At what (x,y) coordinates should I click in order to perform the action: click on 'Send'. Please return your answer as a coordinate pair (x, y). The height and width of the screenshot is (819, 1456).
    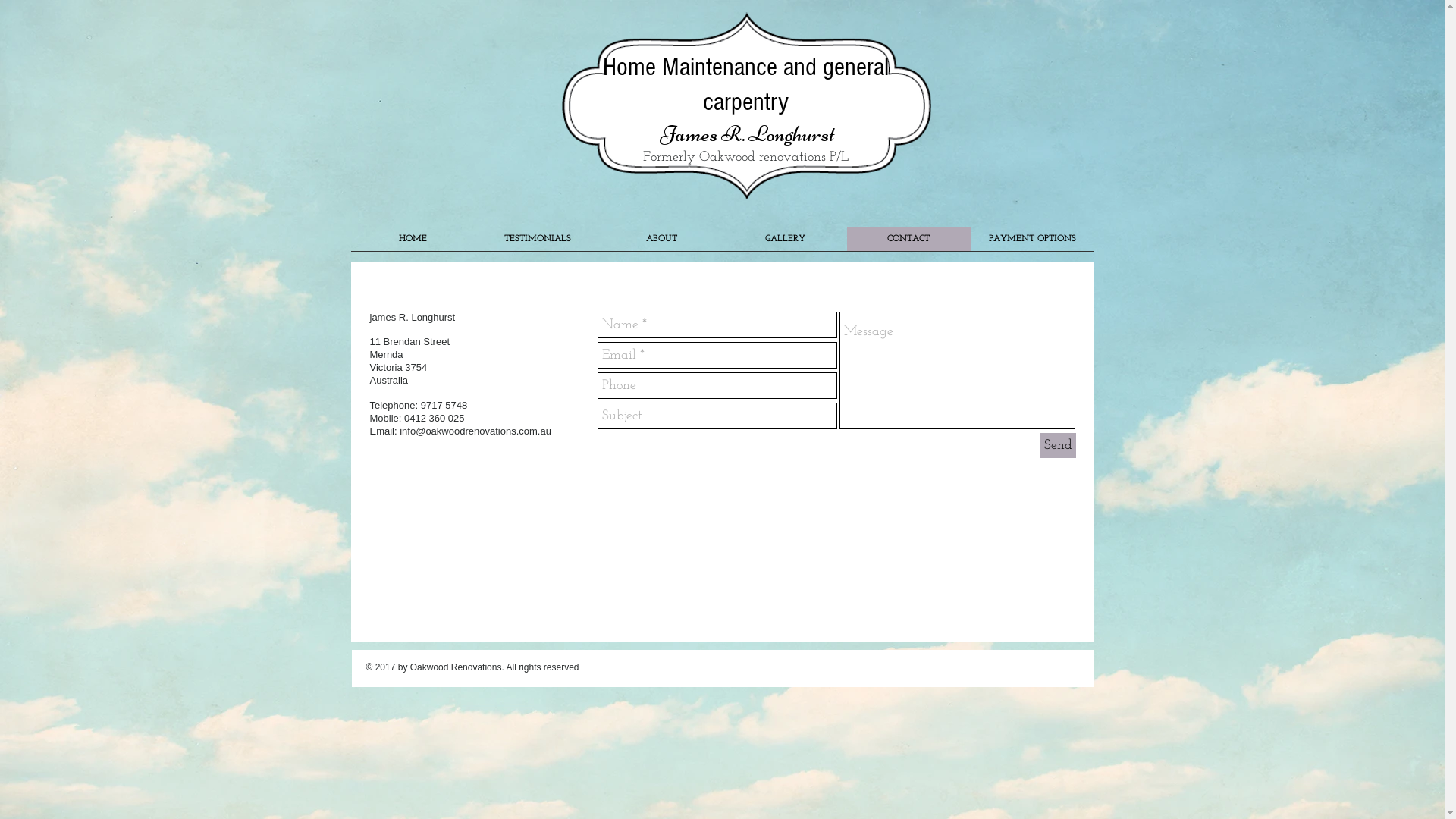
    Looking at the image, I should click on (1057, 444).